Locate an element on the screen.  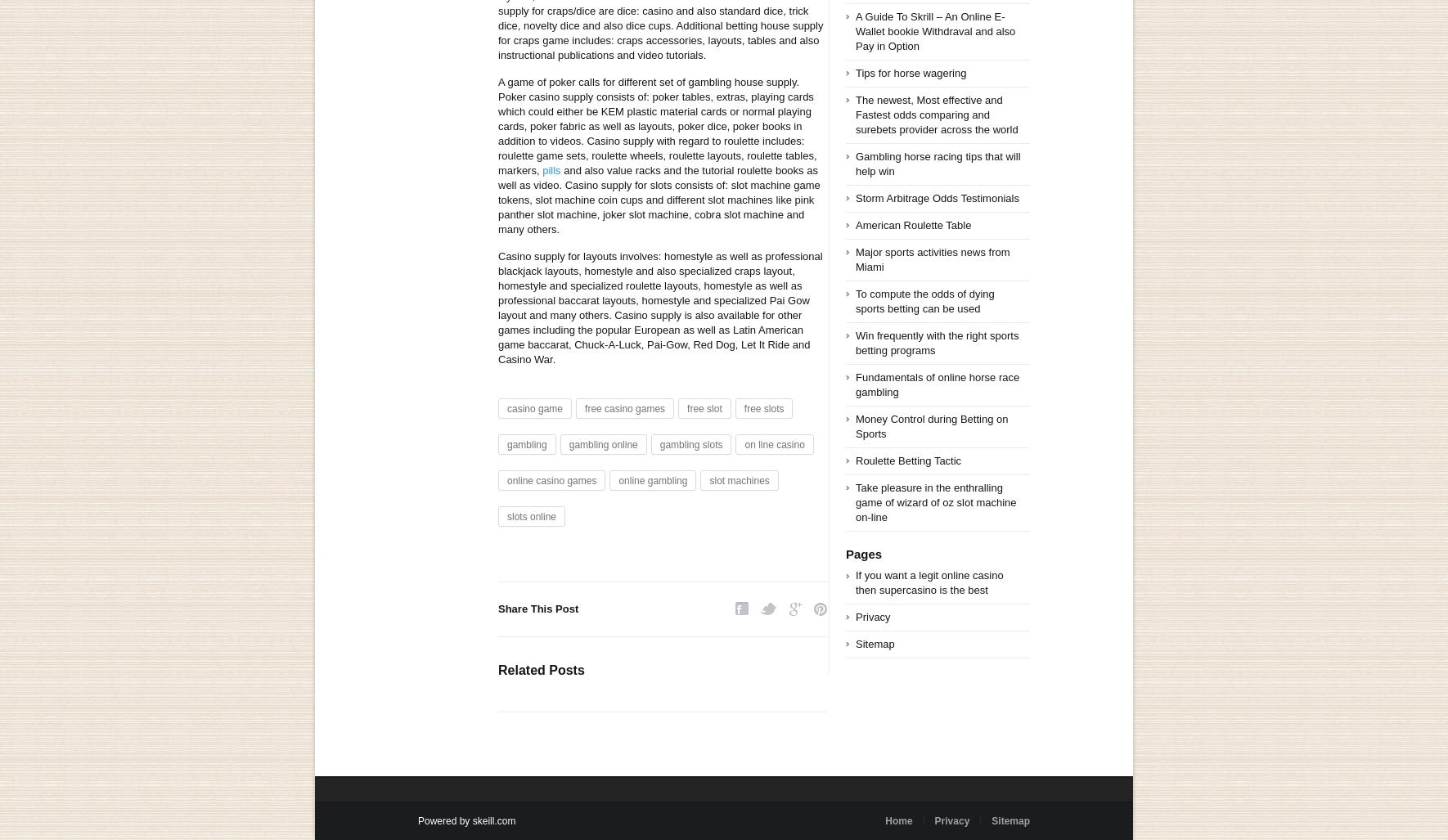
'gambling' is located at coordinates (525, 444).